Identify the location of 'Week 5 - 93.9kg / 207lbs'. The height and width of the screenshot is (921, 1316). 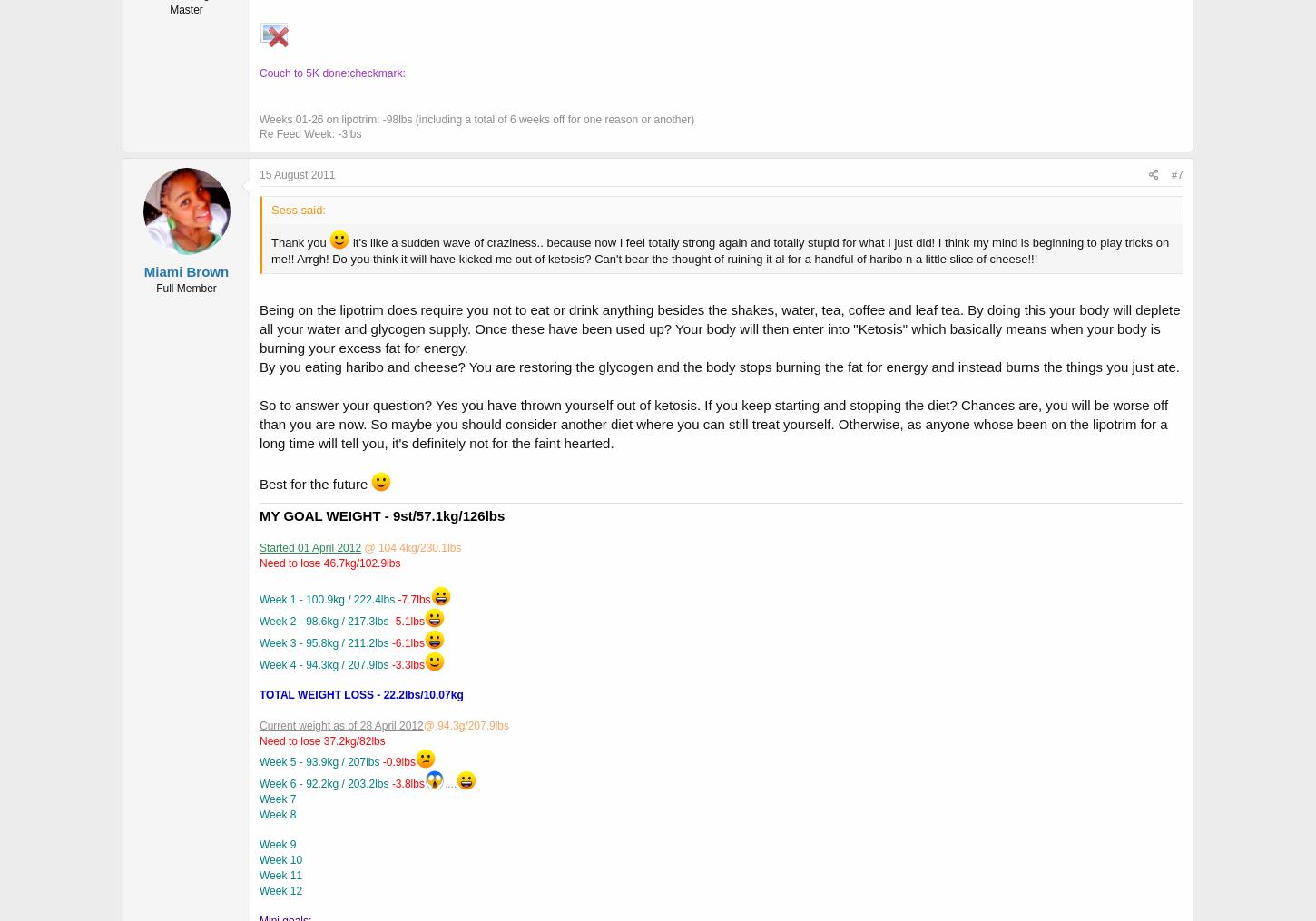
(259, 762).